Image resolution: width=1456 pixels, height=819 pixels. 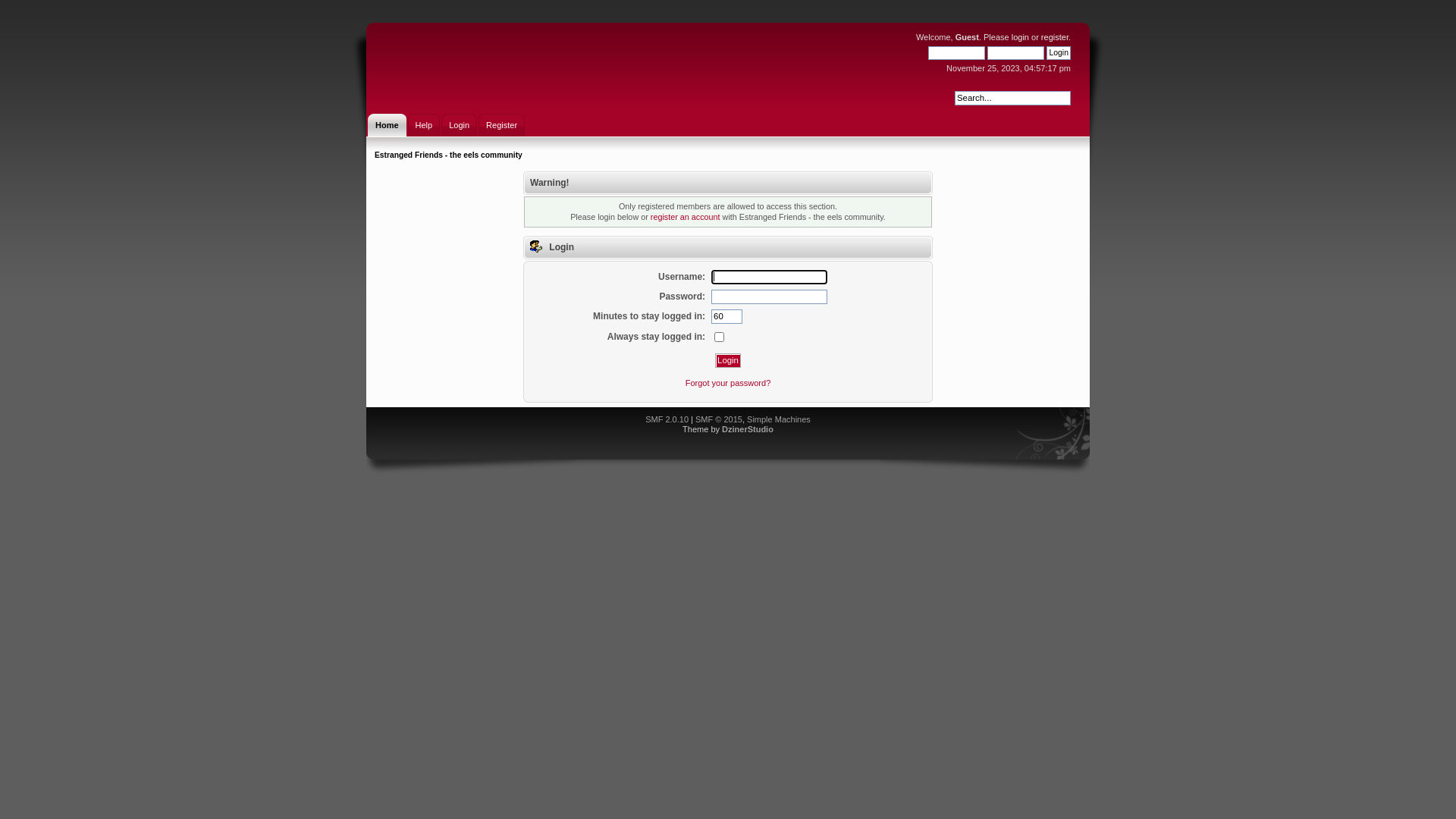 I want to click on 'Login', so click(x=458, y=124).